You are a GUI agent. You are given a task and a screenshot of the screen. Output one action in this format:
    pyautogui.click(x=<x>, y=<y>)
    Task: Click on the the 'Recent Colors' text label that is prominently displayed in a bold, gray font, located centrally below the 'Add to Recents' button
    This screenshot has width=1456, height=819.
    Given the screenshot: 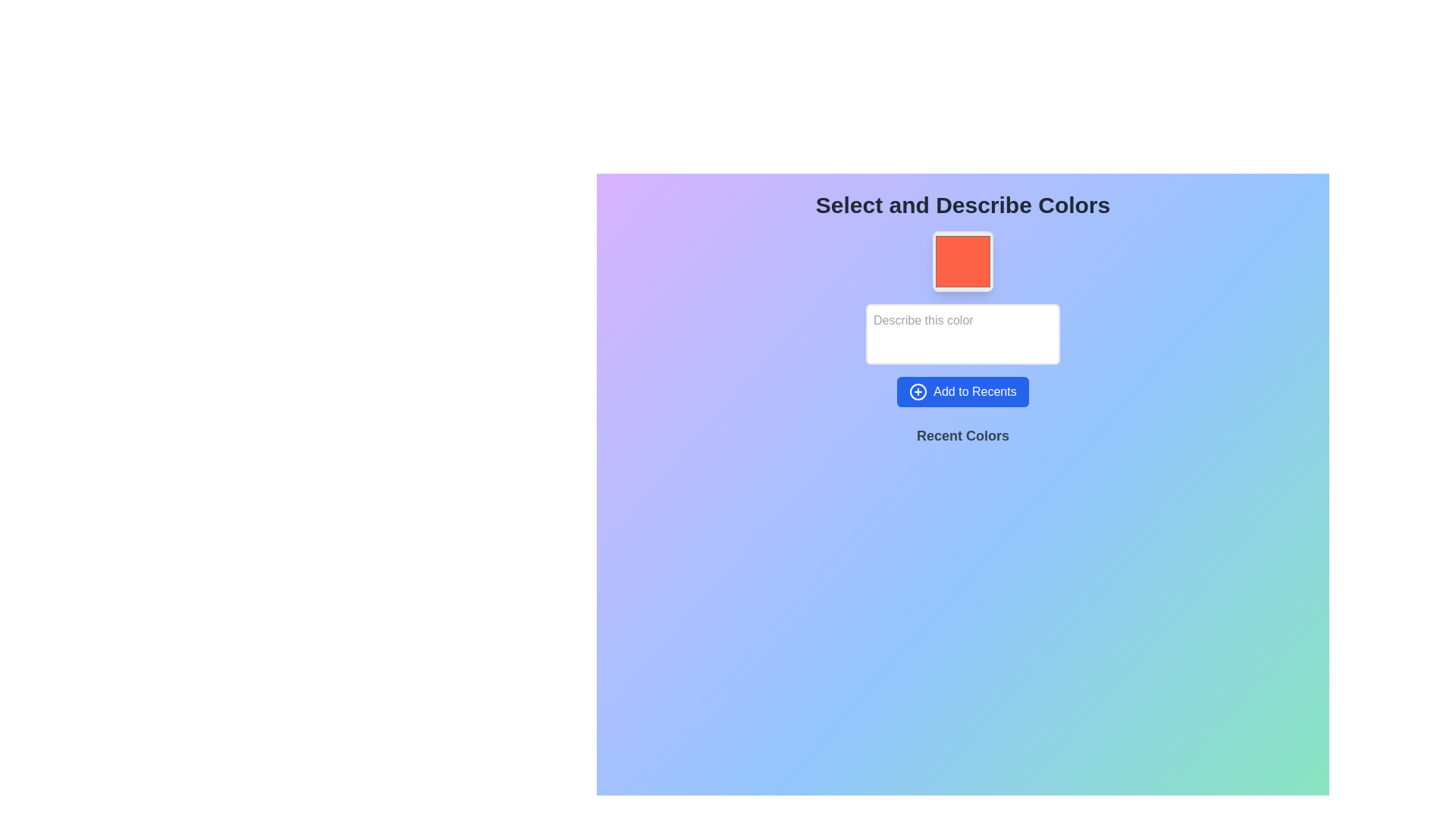 What is the action you would take?
    pyautogui.click(x=962, y=435)
    